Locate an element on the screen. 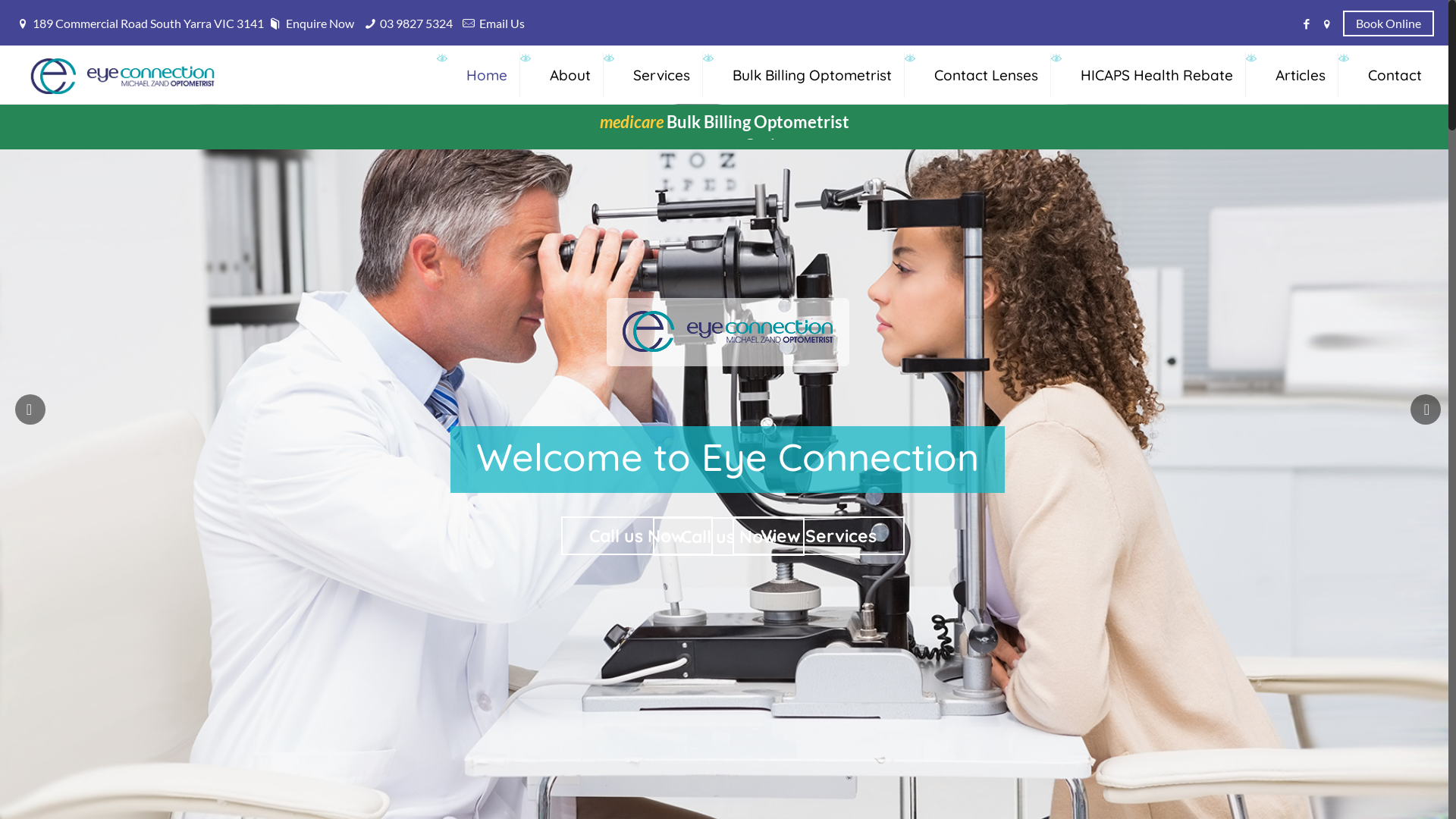  'Contact' is located at coordinates (1395, 74).